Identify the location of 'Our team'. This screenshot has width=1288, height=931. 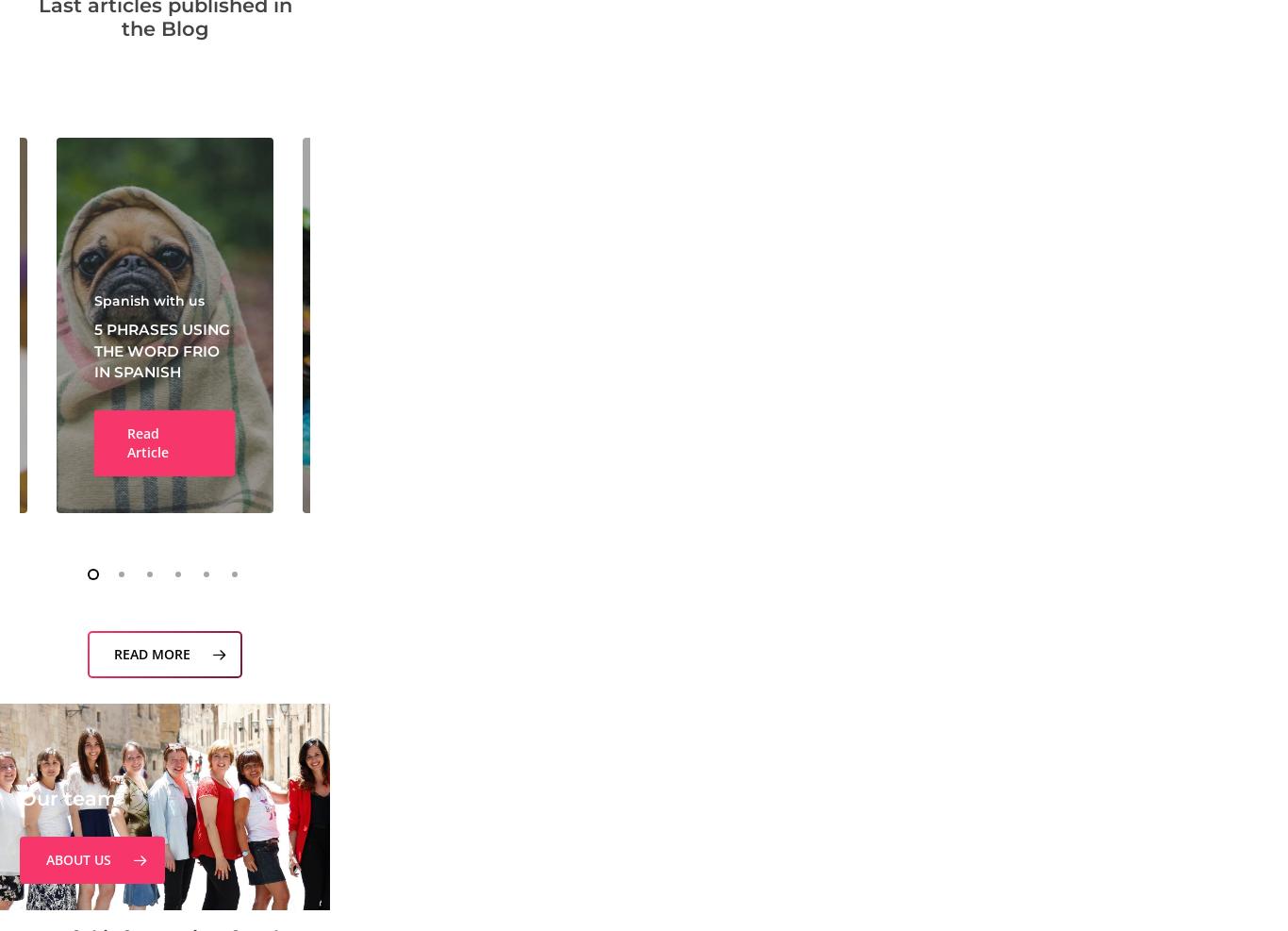
(68, 797).